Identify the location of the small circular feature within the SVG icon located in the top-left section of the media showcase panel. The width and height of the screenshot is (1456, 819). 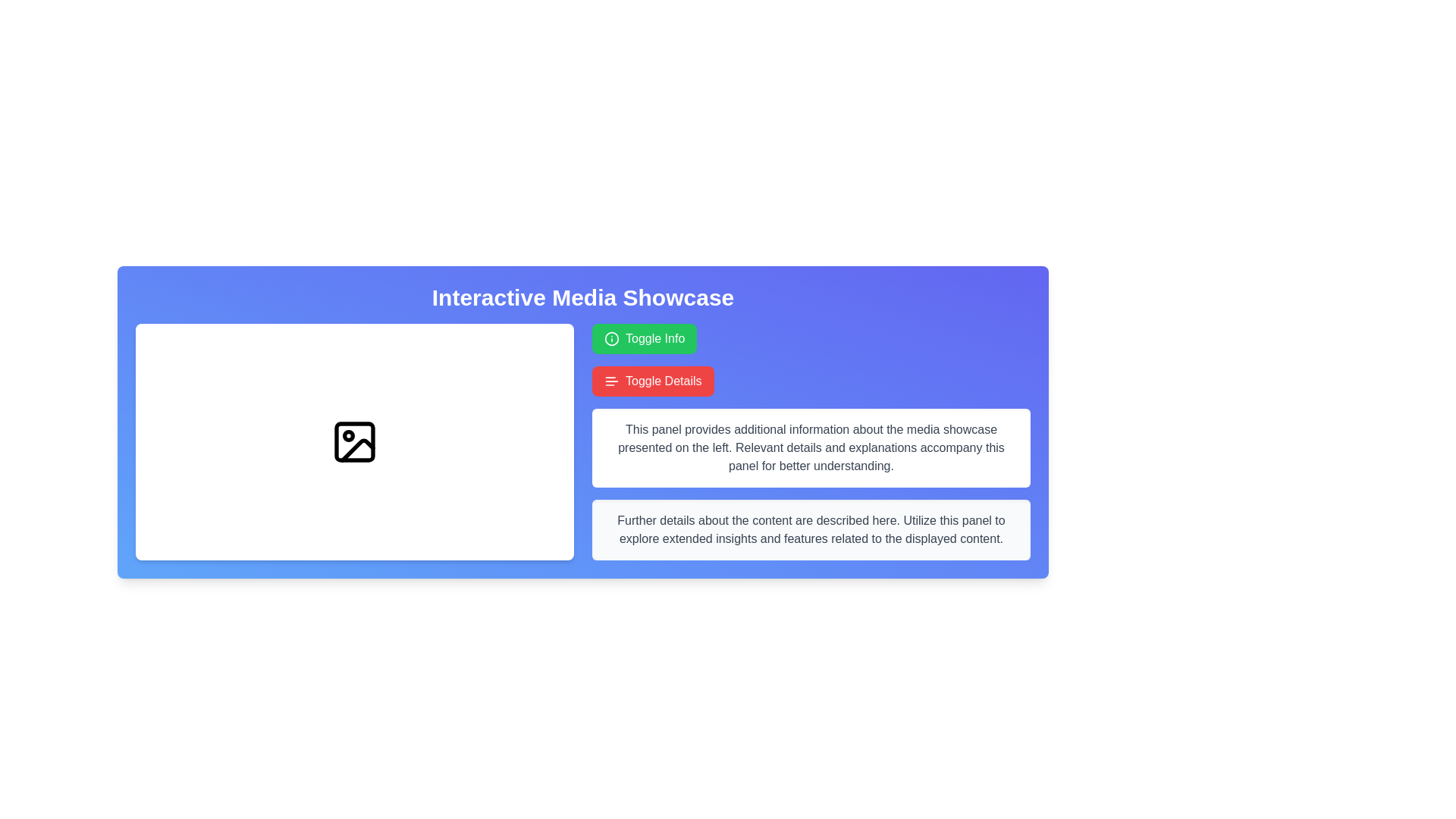
(348, 435).